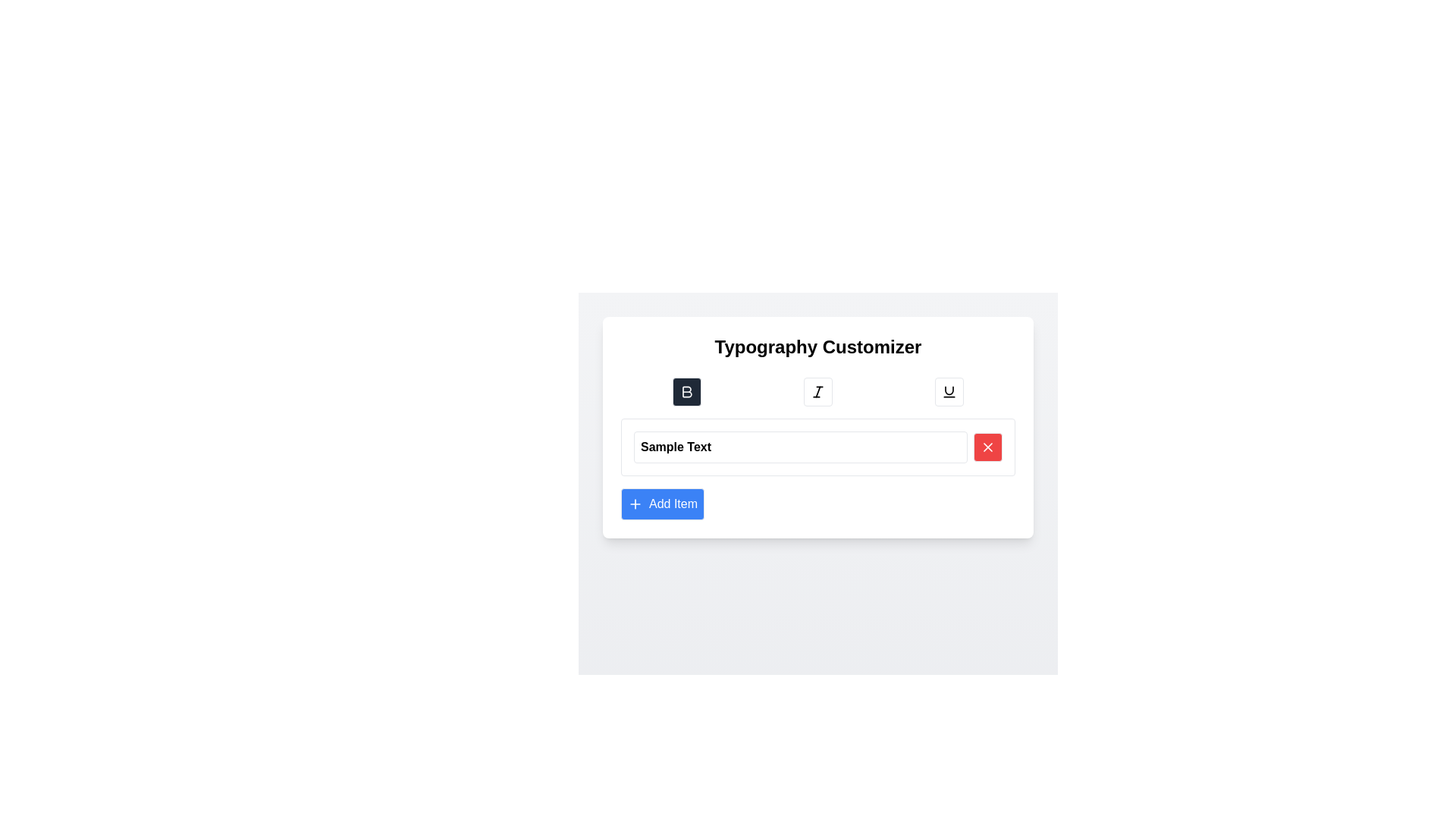 The width and height of the screenshot is (1456, 819). I want to click on the italic styling button in the 'Typography Customizer' section, so click(817, 391).